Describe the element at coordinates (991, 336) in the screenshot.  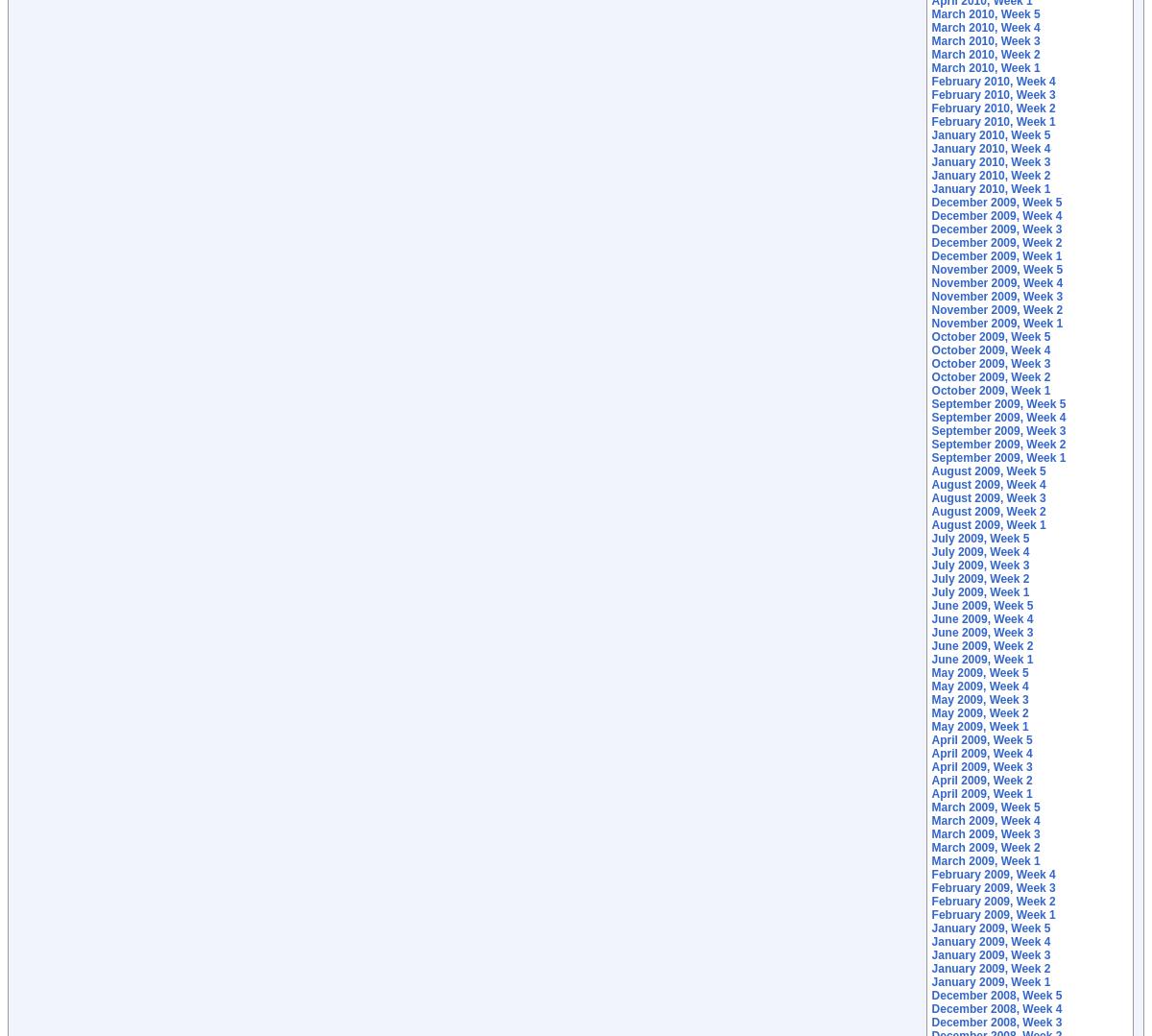
I see `'October 2009, Week 5'` at that location.